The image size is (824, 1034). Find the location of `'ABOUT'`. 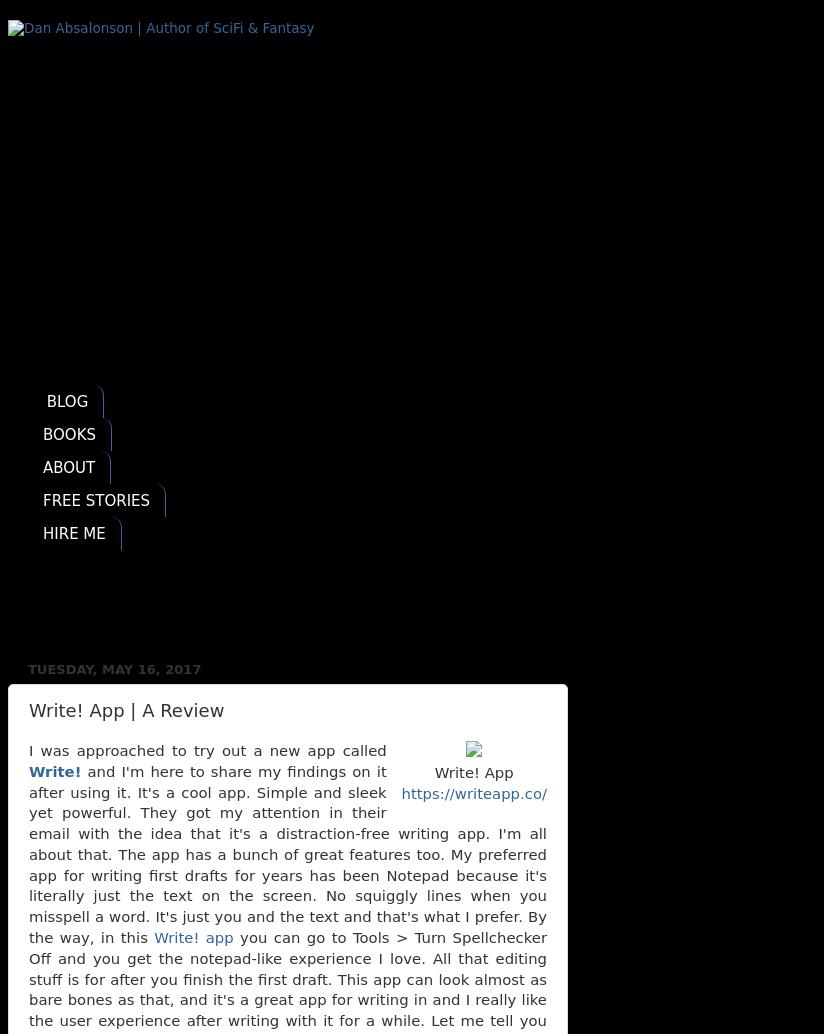

'ABOUT' is located at coordinates (43, 465).